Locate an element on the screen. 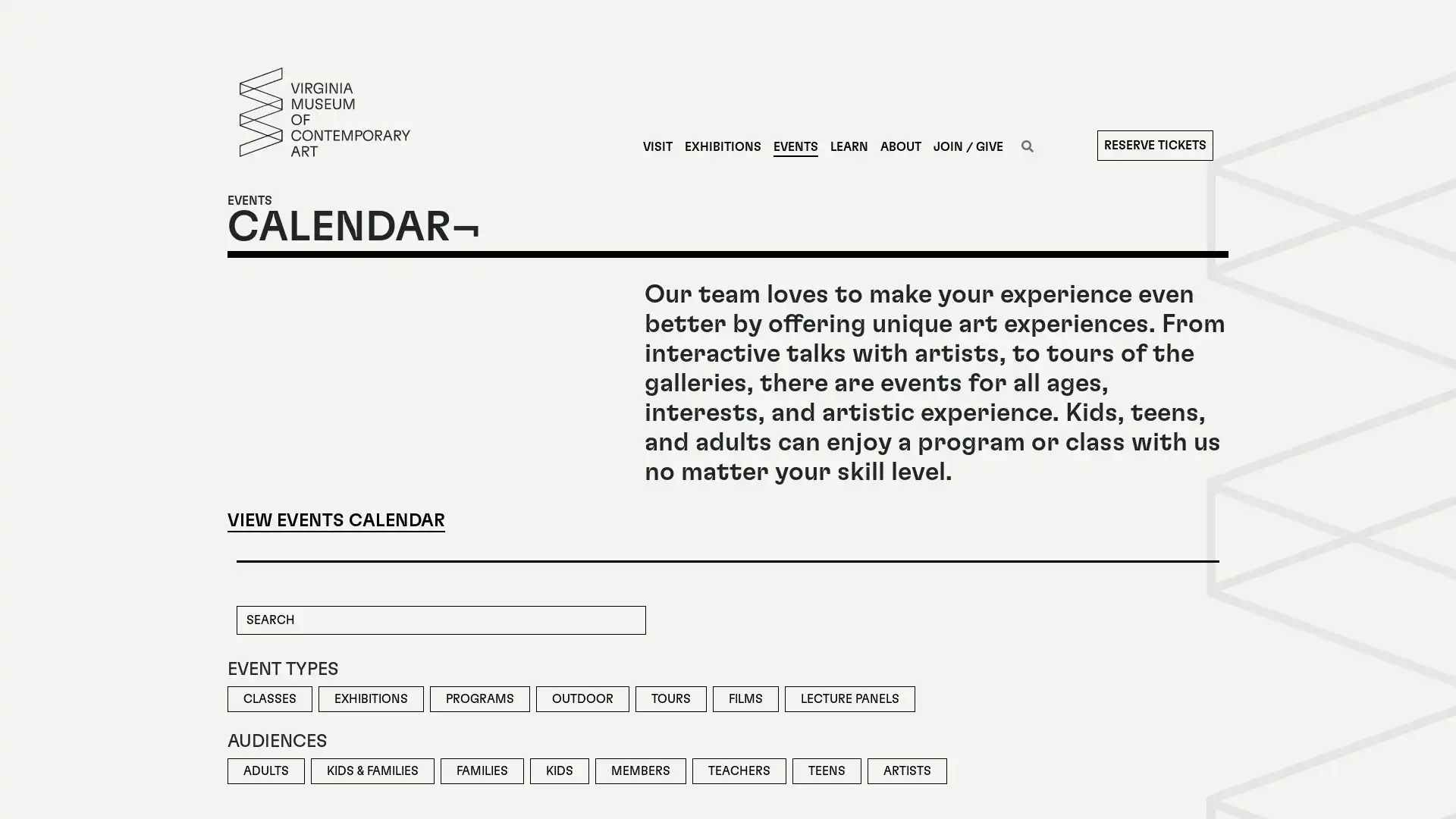 The width and height of the screenshot is (1456, 819). ABOUT is located at coordinates (899, 146).